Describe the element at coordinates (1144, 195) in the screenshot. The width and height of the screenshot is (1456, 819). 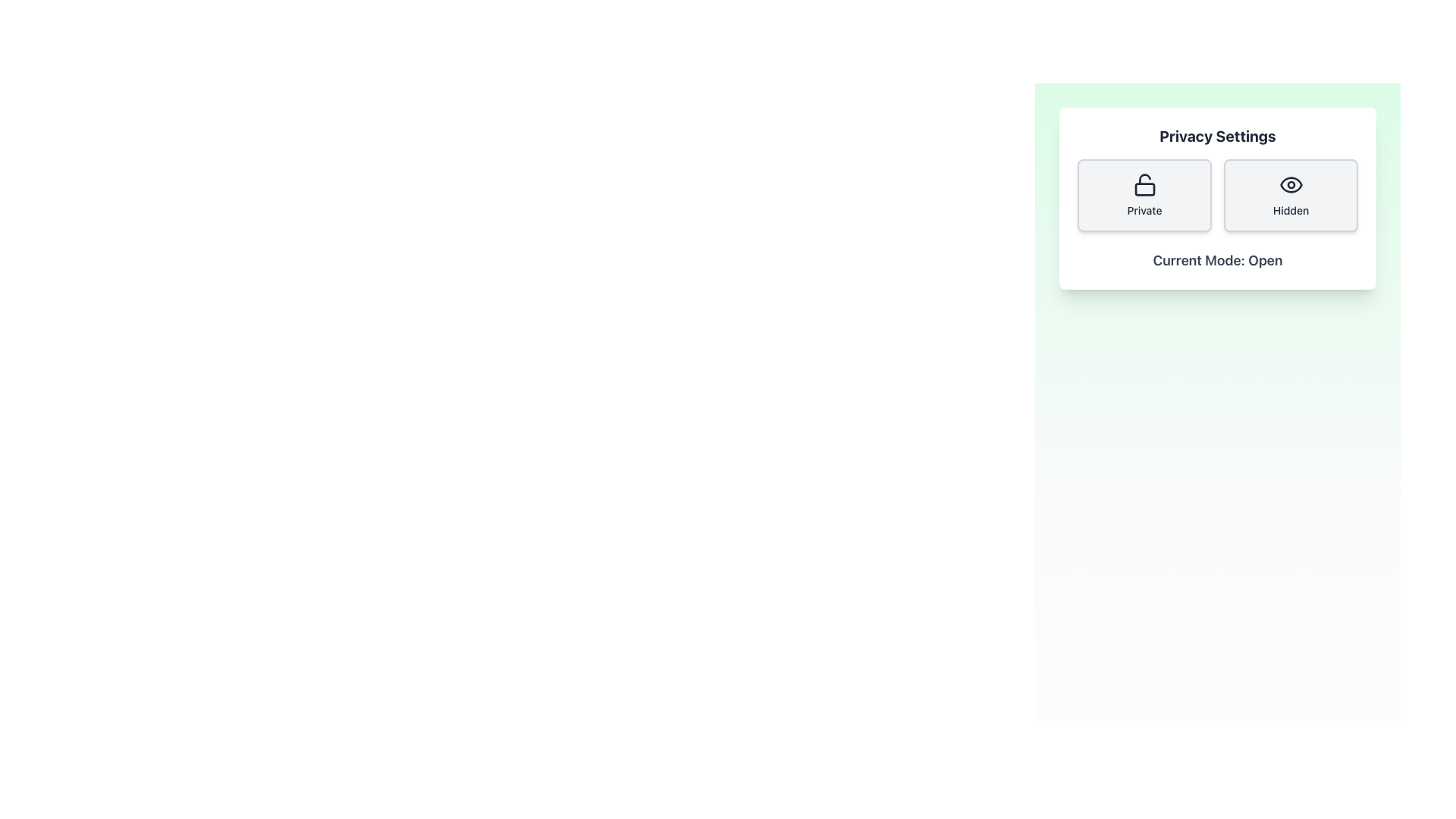
I see `the 'Private' mode toggle button located in the 'Privacy Settings' block` at that location.